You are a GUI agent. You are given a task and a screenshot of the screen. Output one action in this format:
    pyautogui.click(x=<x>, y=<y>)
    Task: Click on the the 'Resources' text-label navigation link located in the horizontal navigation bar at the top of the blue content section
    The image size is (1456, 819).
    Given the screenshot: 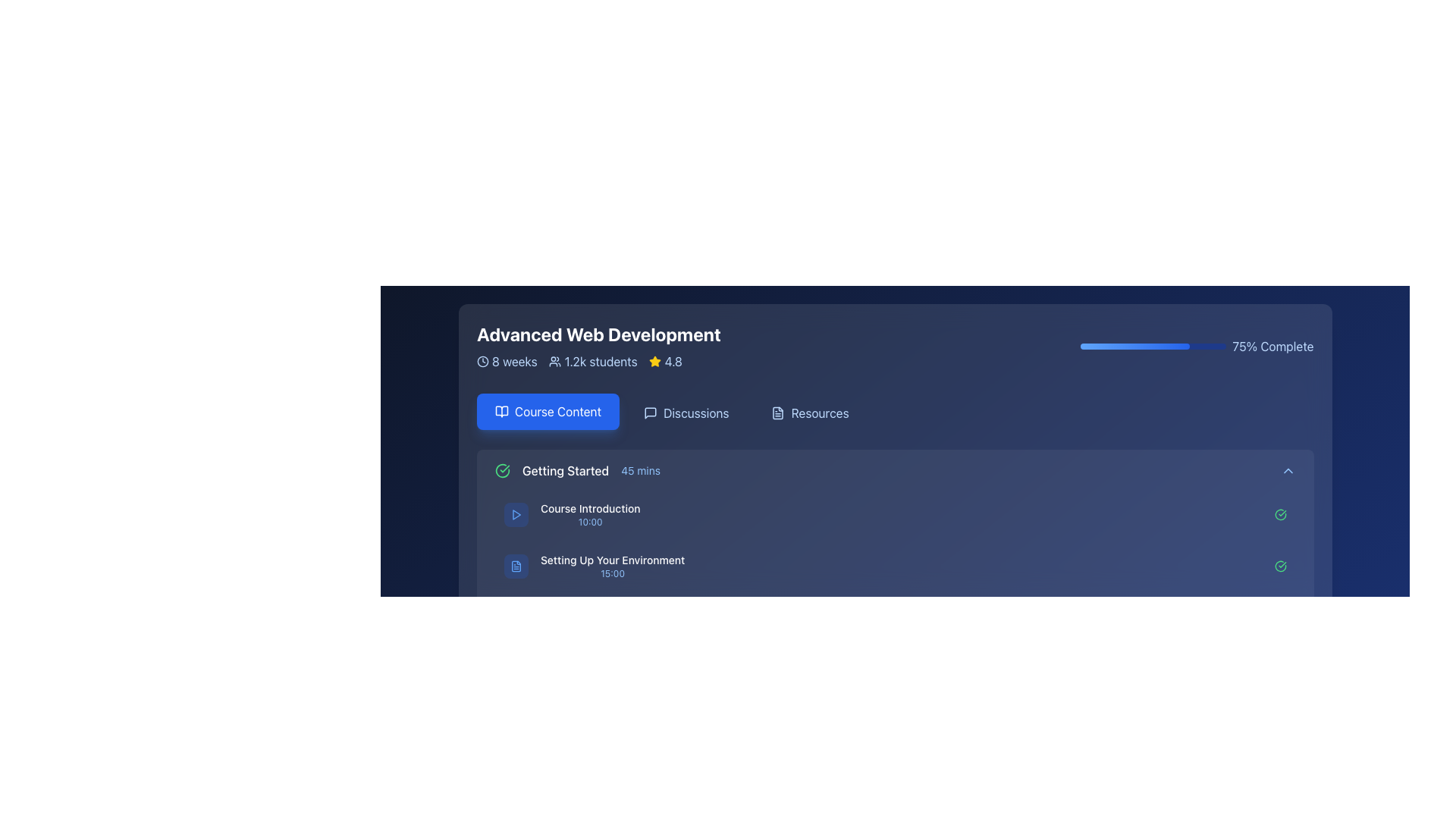 What is the action you would take?
    pyautogui.click(x=819, y=413)
    